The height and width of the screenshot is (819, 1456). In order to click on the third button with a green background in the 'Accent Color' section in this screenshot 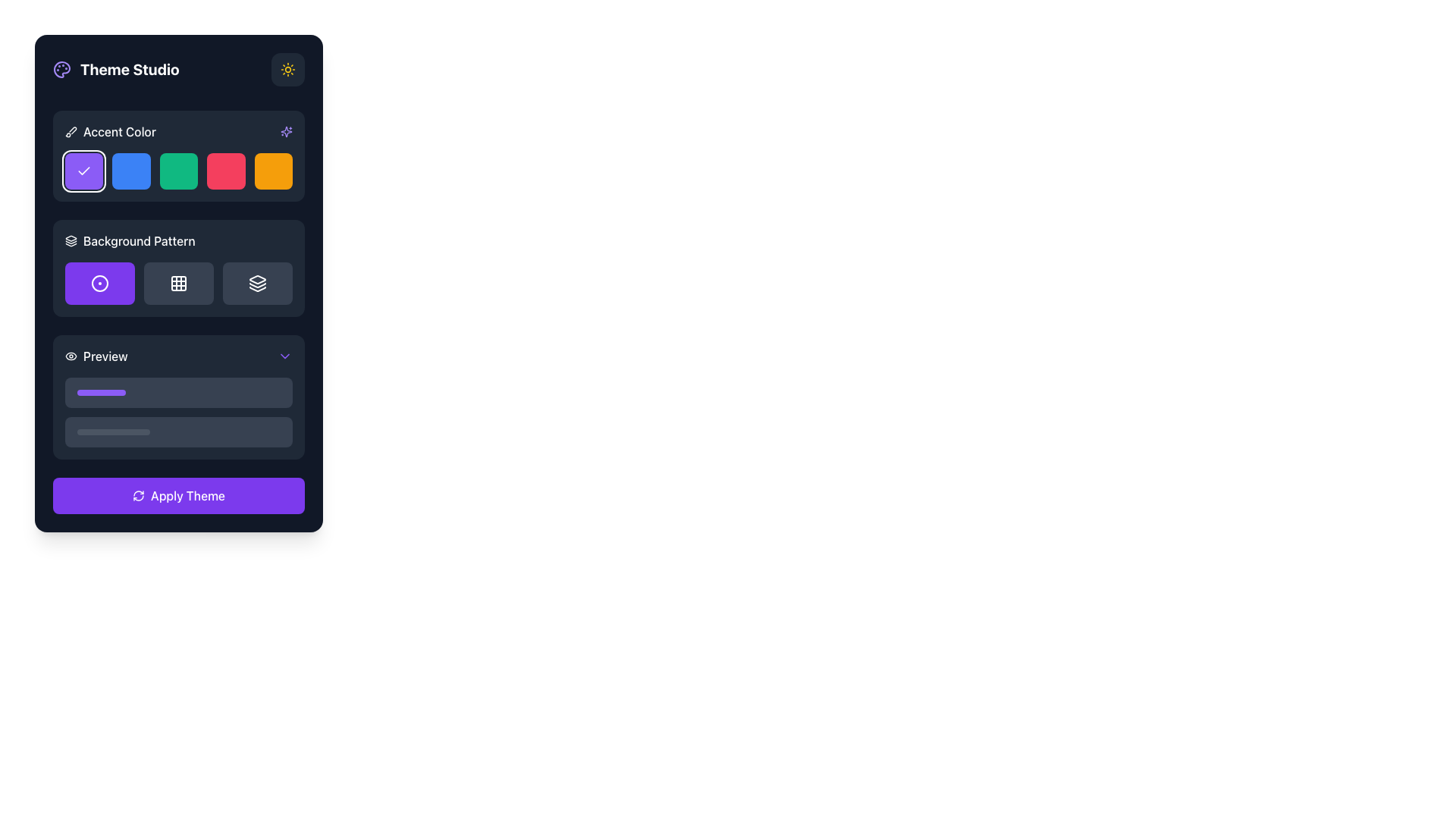, I will do `click(178, 171)`.